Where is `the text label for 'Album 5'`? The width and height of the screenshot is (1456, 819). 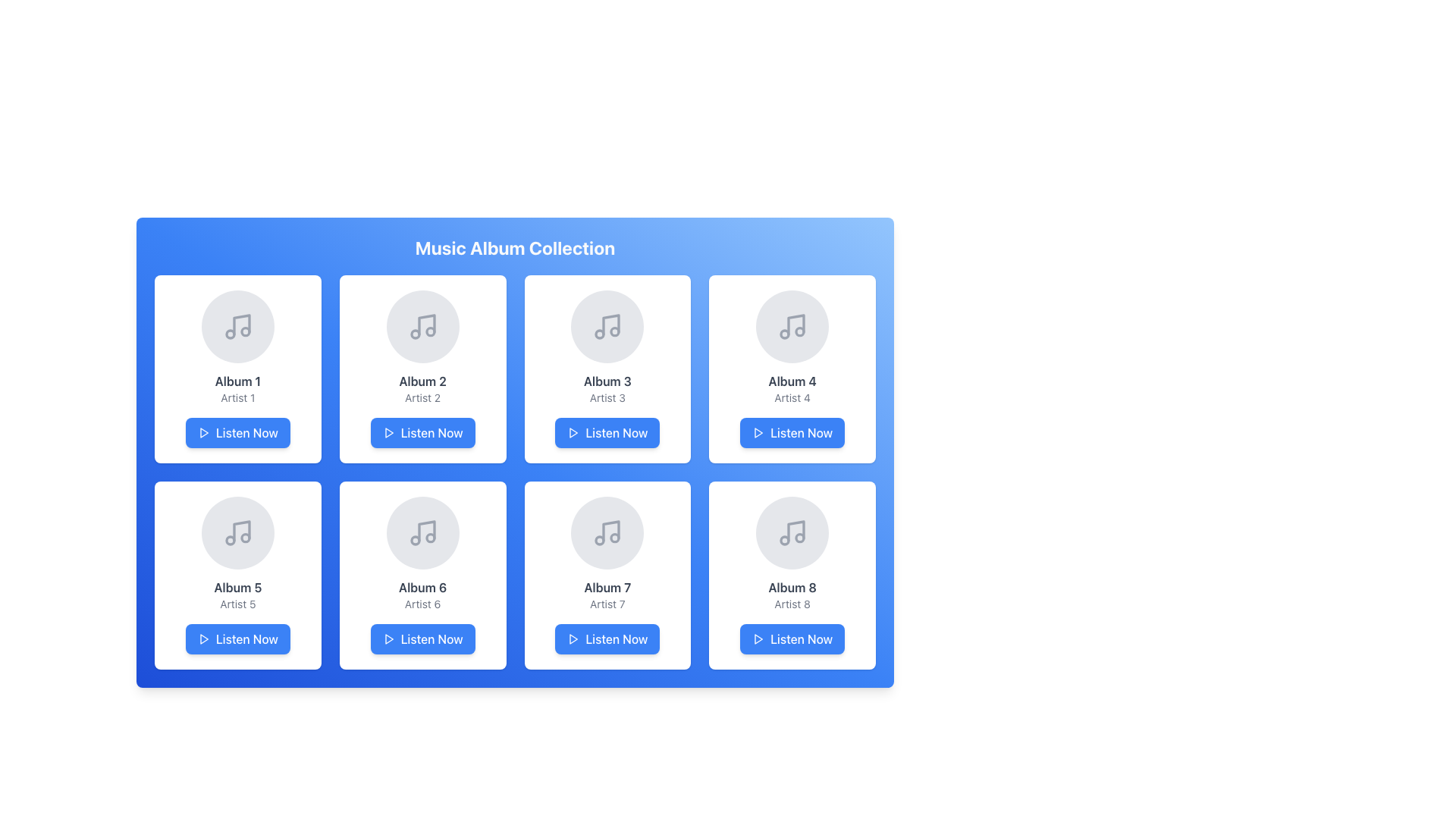 the text label for 'Album 5' is located at coordinates (237, 587).